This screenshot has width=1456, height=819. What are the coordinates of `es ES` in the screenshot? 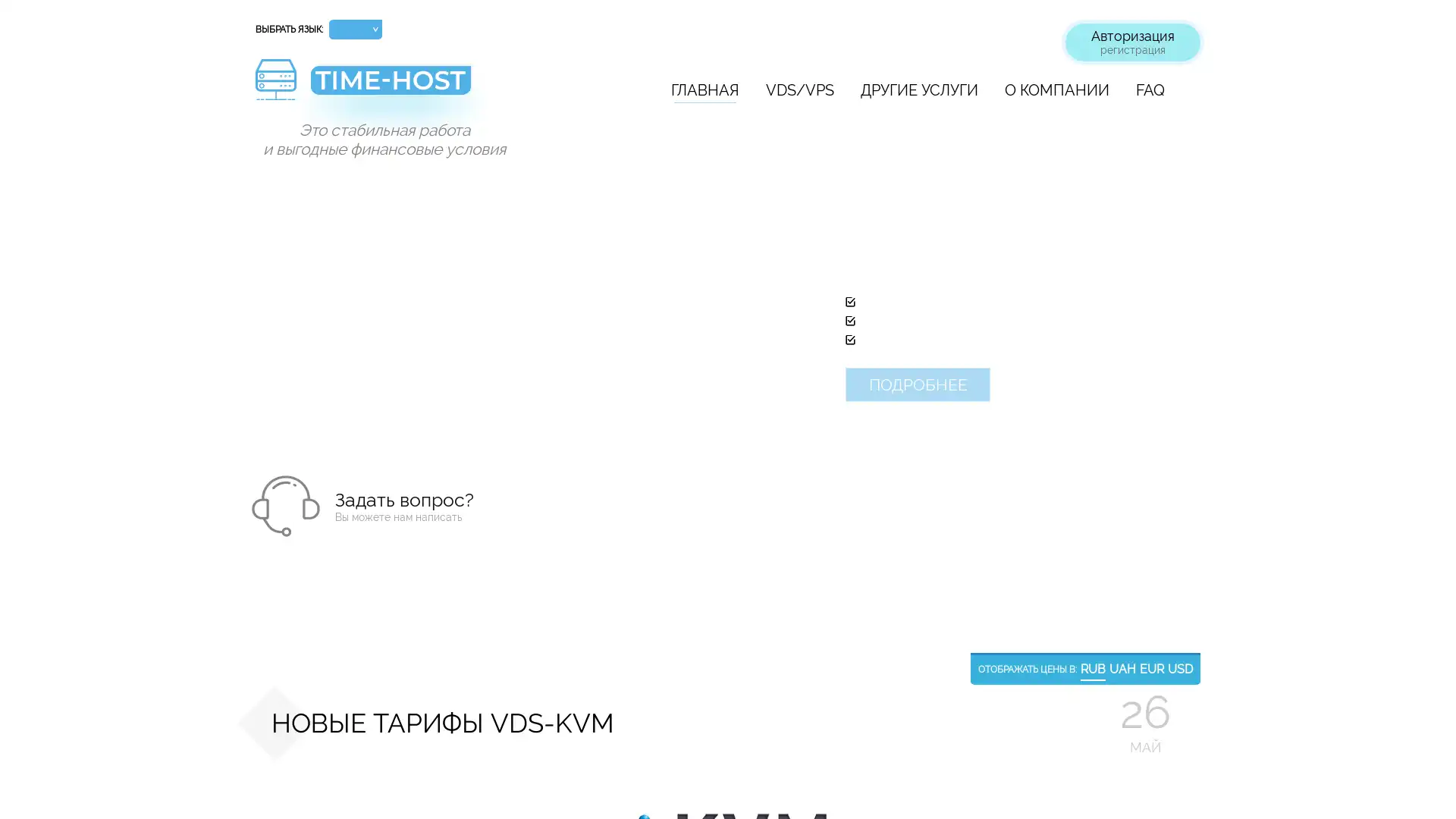 It's located at (355, 148).